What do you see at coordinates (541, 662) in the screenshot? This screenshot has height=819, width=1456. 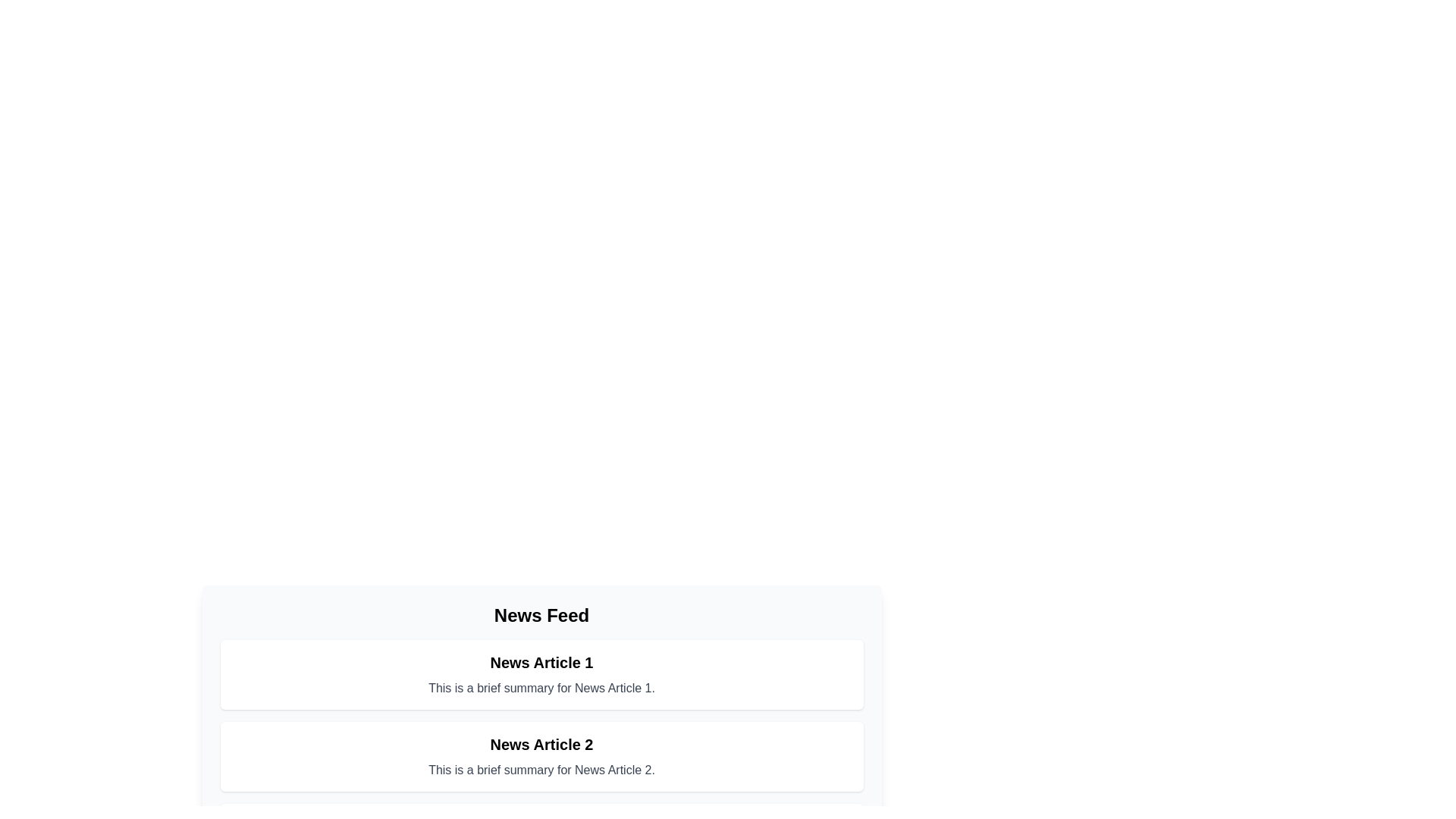 I see `bold black heading text 'News Article 1' located at the top of the first card in a vertical stack of news articles` at bounding box center [541, 662].